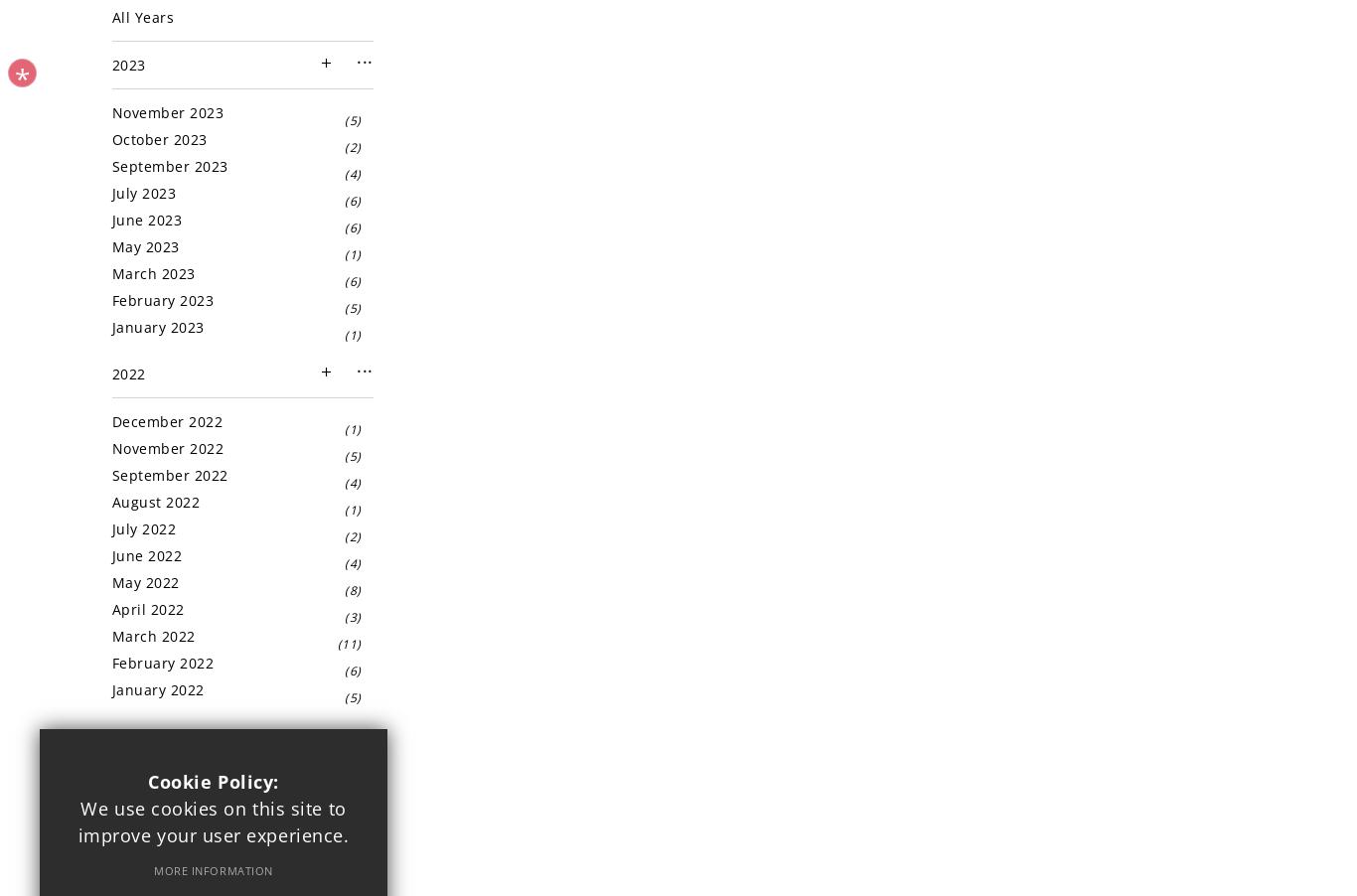 Image resolution: width=1357 pixels, height=896 pixels. Describe the element at coordinates (166, 783) in the screenshot. I see `'December 2021'` at that location.